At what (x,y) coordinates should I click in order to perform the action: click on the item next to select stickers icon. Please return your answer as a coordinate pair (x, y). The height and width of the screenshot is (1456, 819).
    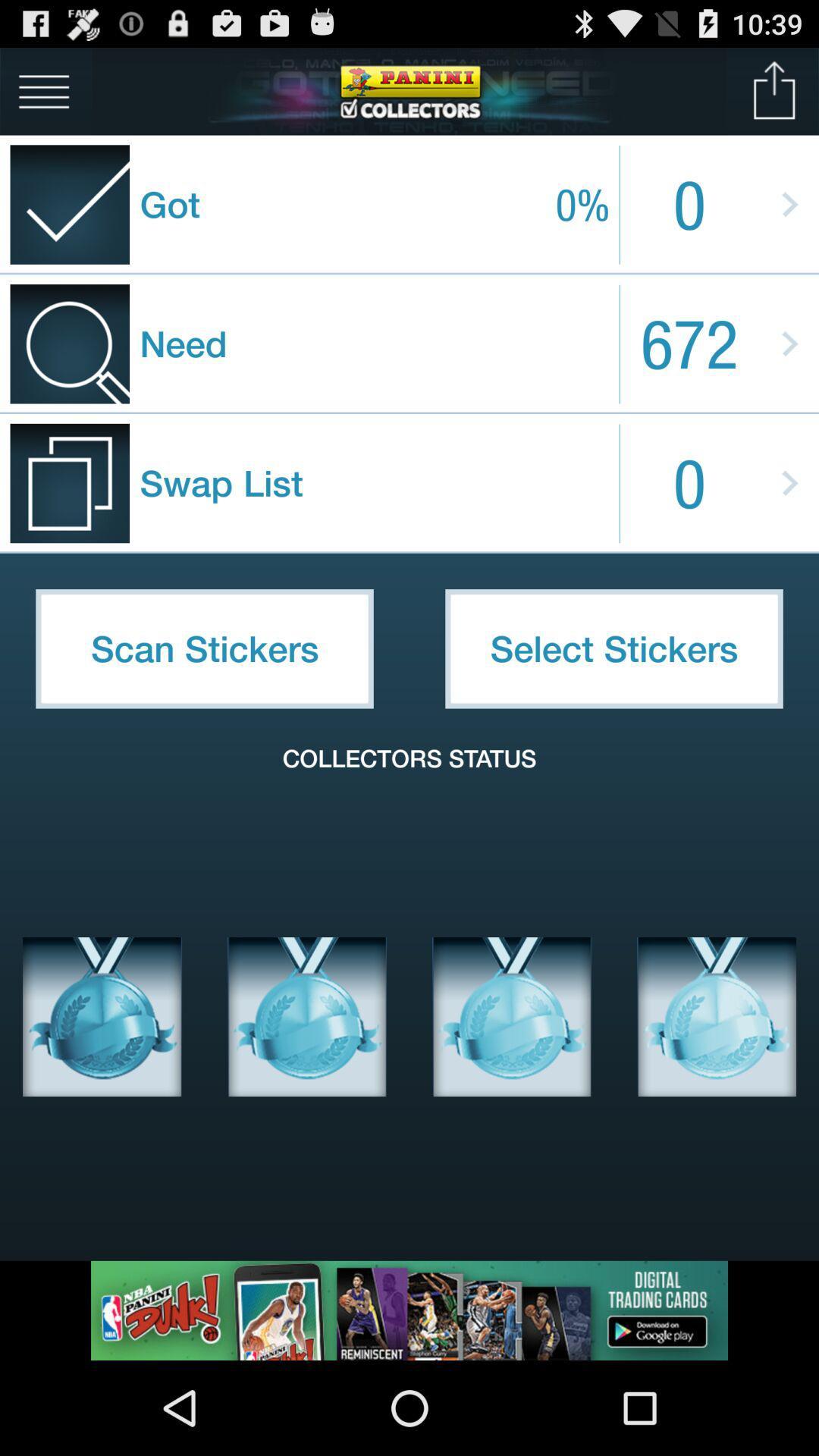
    Looking at the image, I should click on (205, 648).